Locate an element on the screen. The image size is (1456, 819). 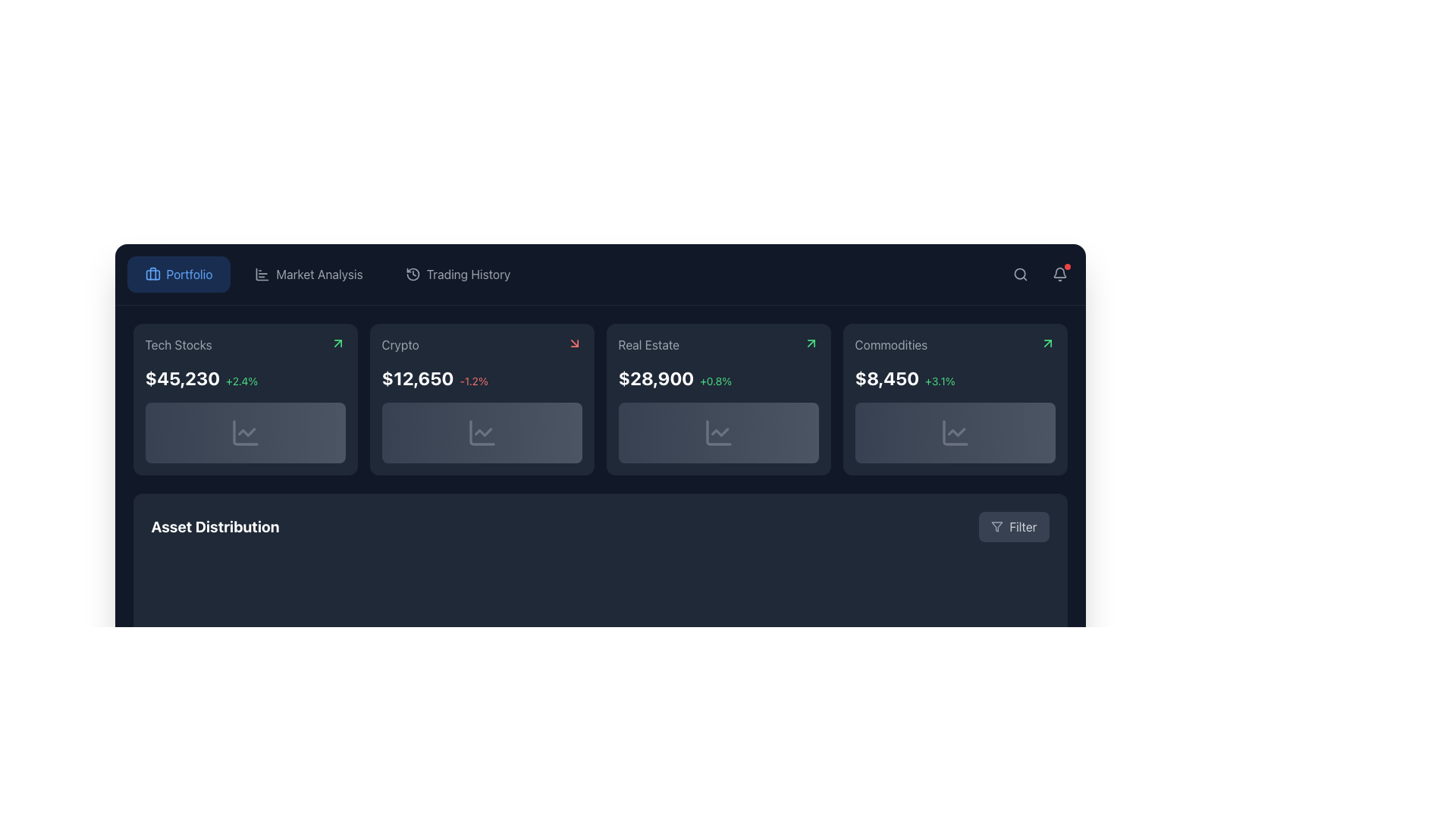
icon resembling a chart line graph, which is centrally placed within the 'Commodities' card located to the right of the 'Real Estate' card is located at coordinates (954, 432).